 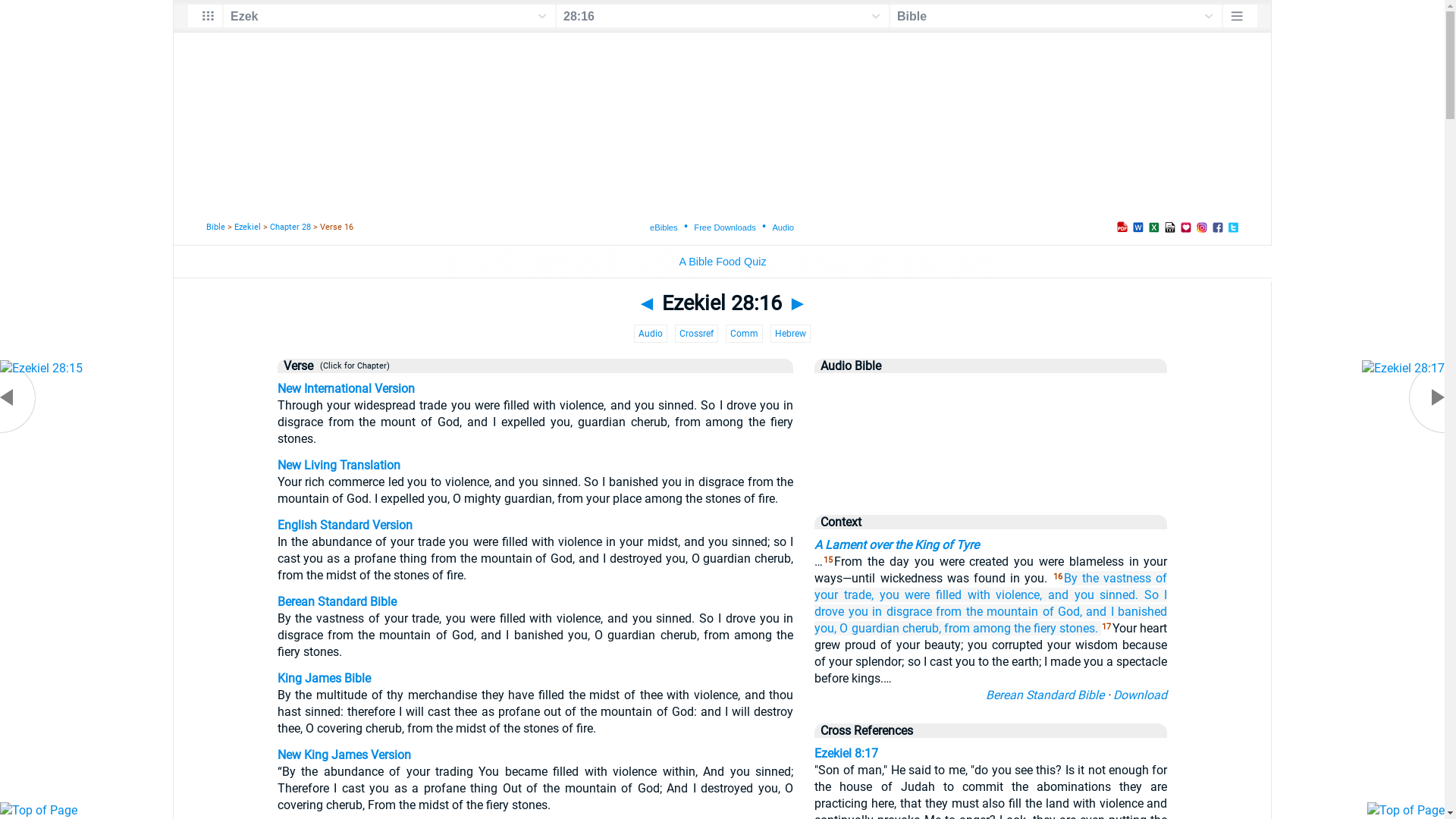 I want to click on 'Top of Page', so click(x=0, y=809).